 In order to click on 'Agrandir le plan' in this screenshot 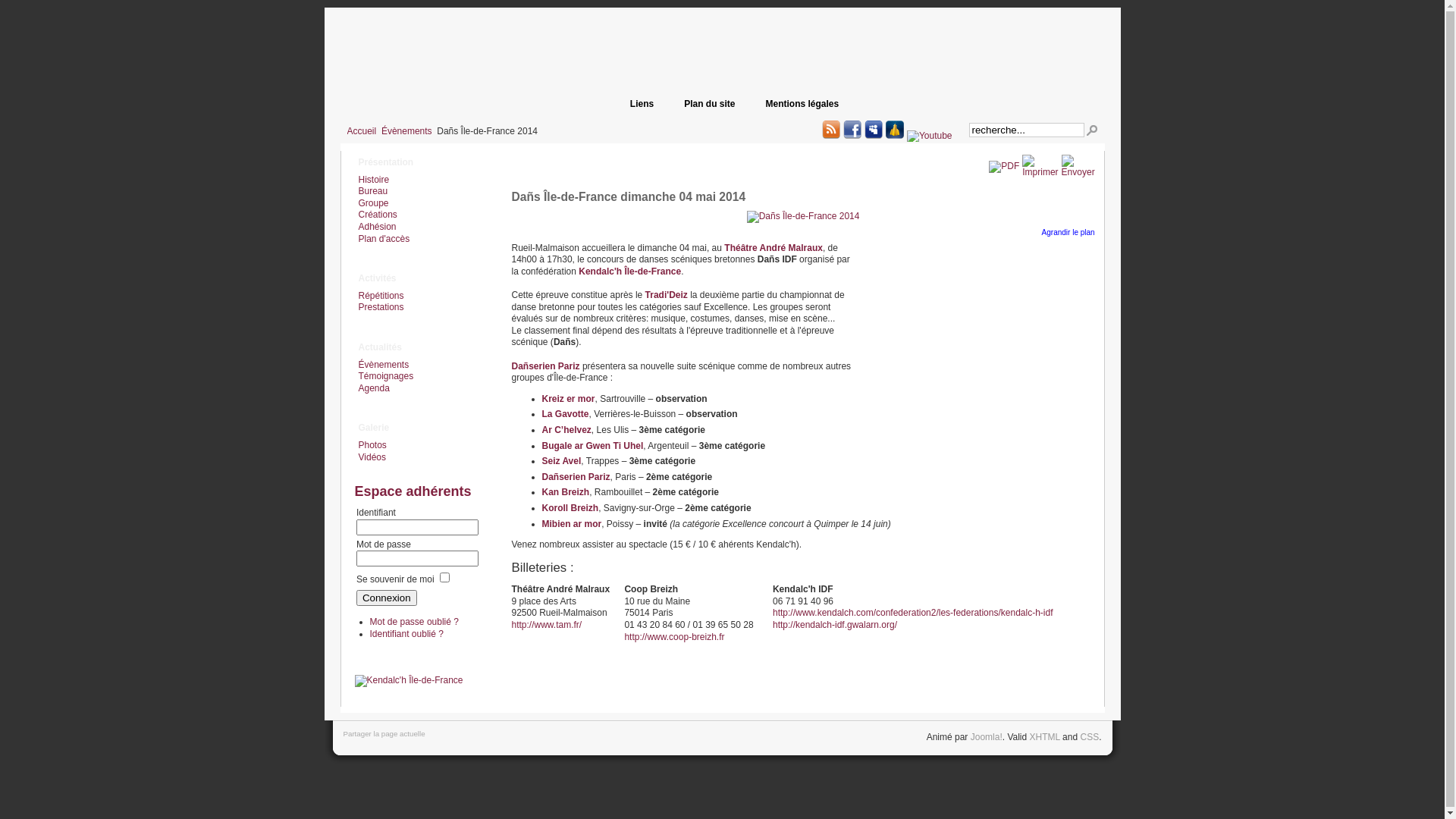, I will do `click(1068, 232)`.